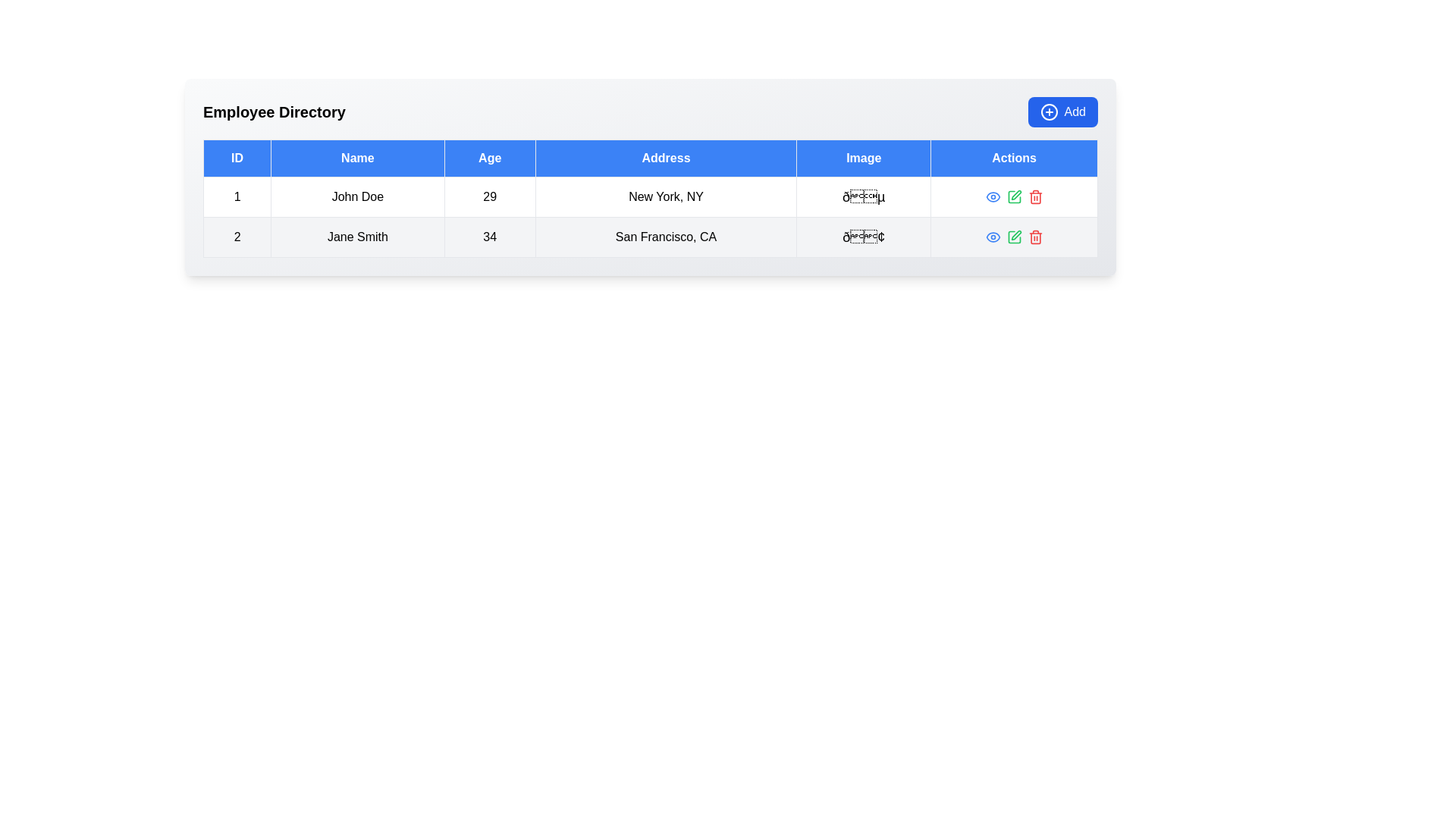 The image size is (1456, 819). Describe the element at coordinates (864, 158) in the screenshot. I see `the text label in the fifth column of the table header that has a blue background and white text reading 'Image'` at that location.